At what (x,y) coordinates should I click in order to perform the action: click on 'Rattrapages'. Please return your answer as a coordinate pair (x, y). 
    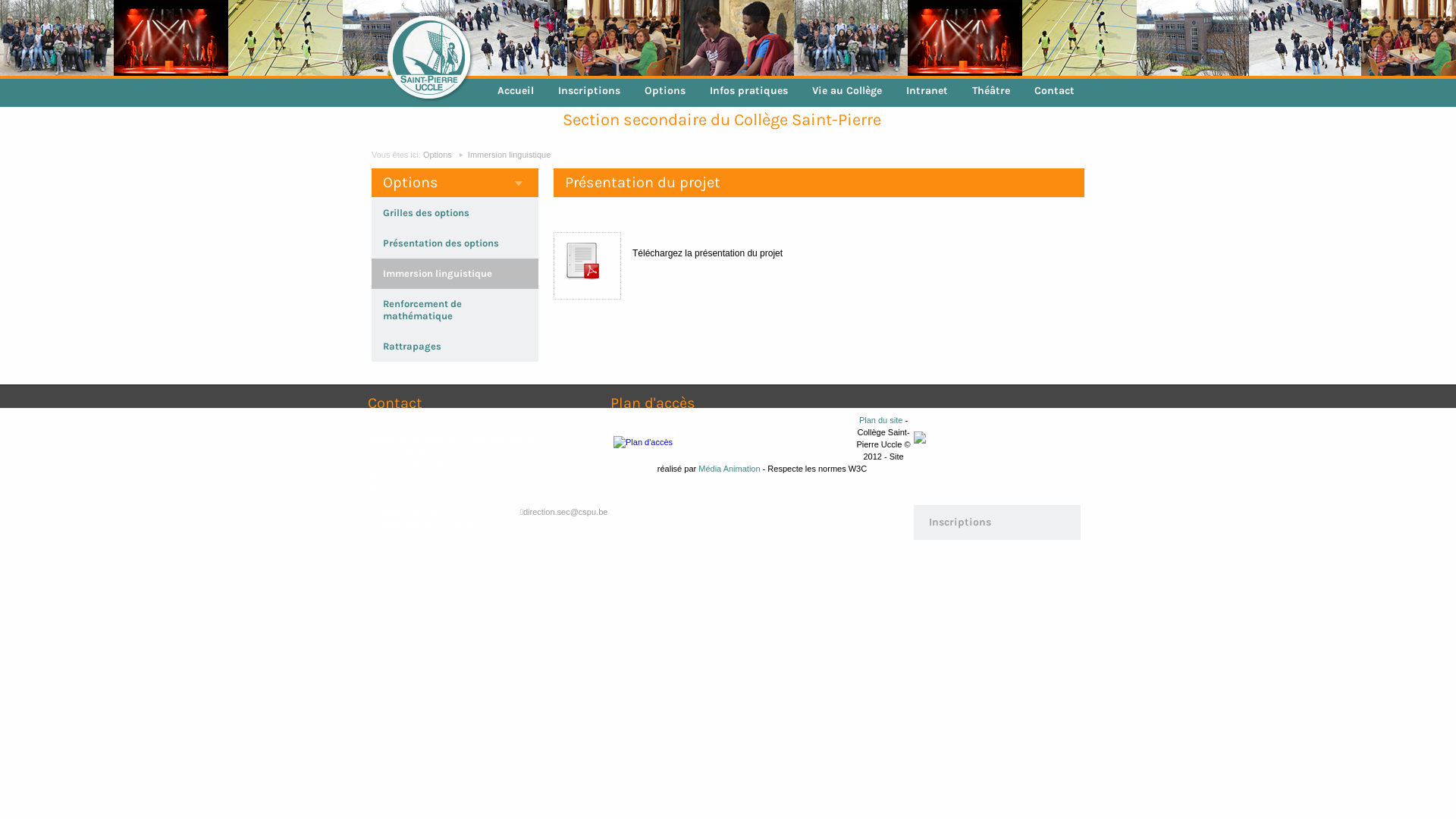
    Looking at the image, I should click on (412, 346).